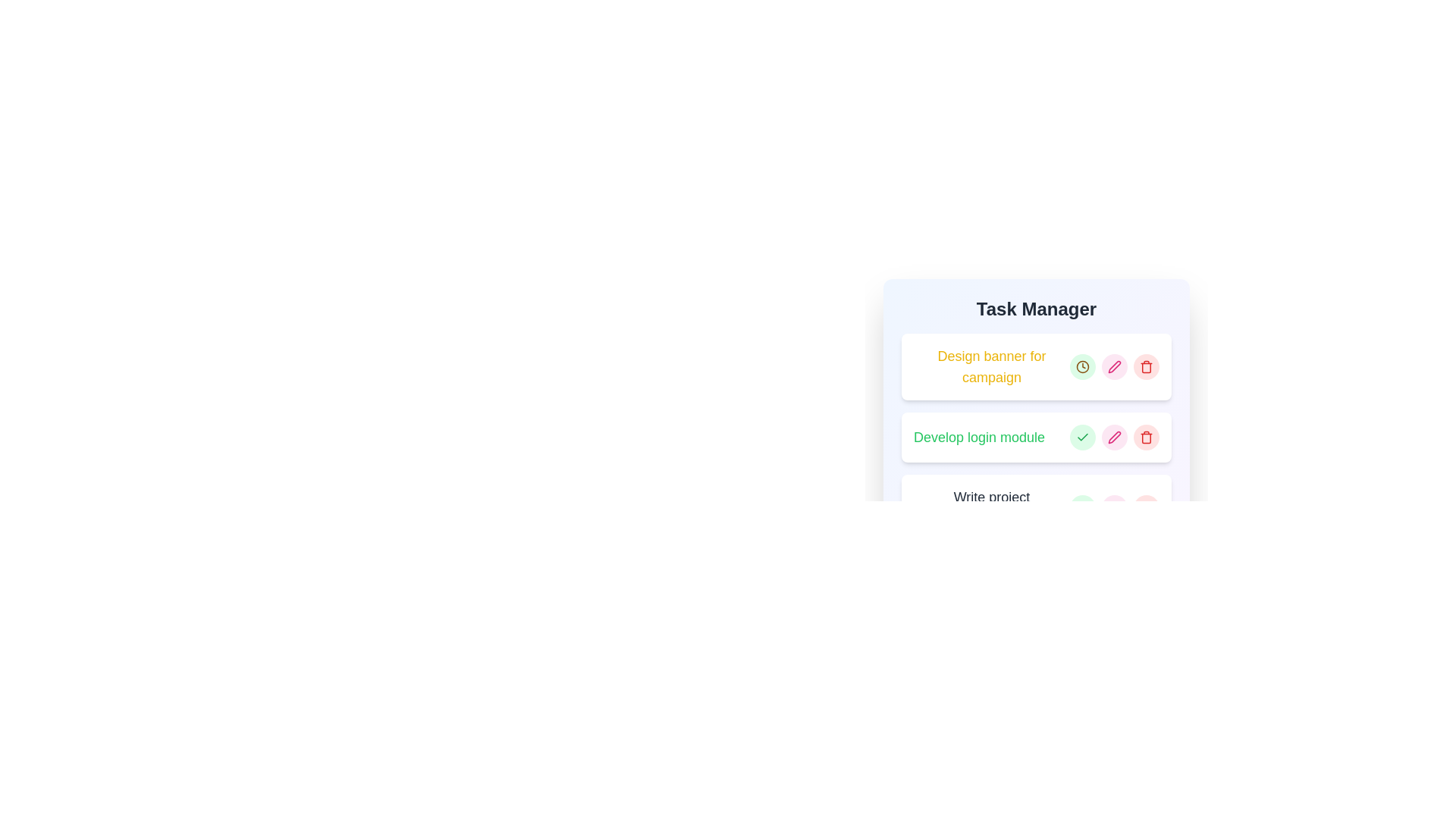 The image size is (1456, 819). What do you see at coordinates (1036, 438) in the screenshot?
I see `the task entry labeled 'Develop login module' in the task manager` at bounding box center [1036, 438].